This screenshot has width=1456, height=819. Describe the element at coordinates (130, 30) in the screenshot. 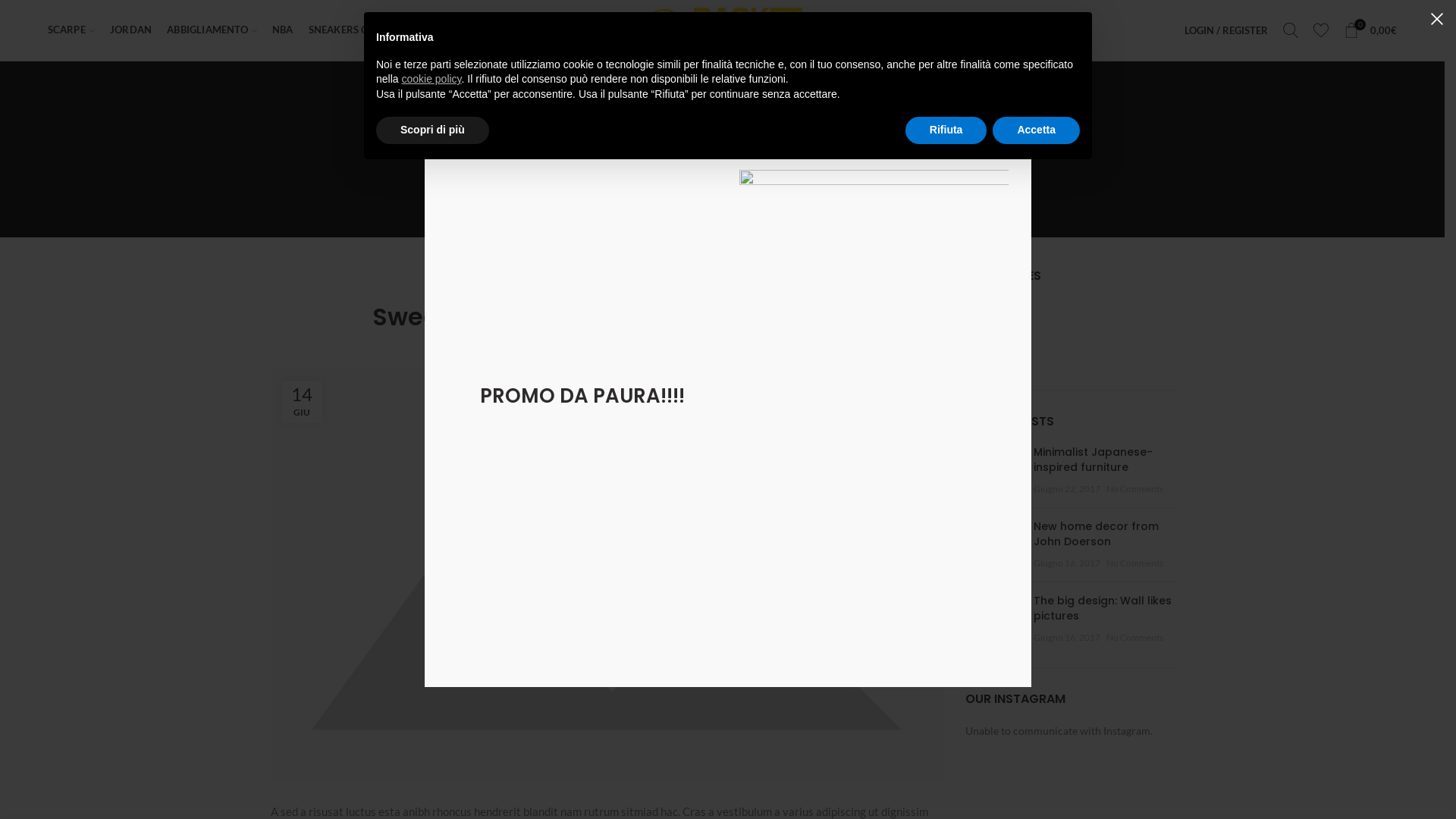

I see `'JORDAN'` at that location.